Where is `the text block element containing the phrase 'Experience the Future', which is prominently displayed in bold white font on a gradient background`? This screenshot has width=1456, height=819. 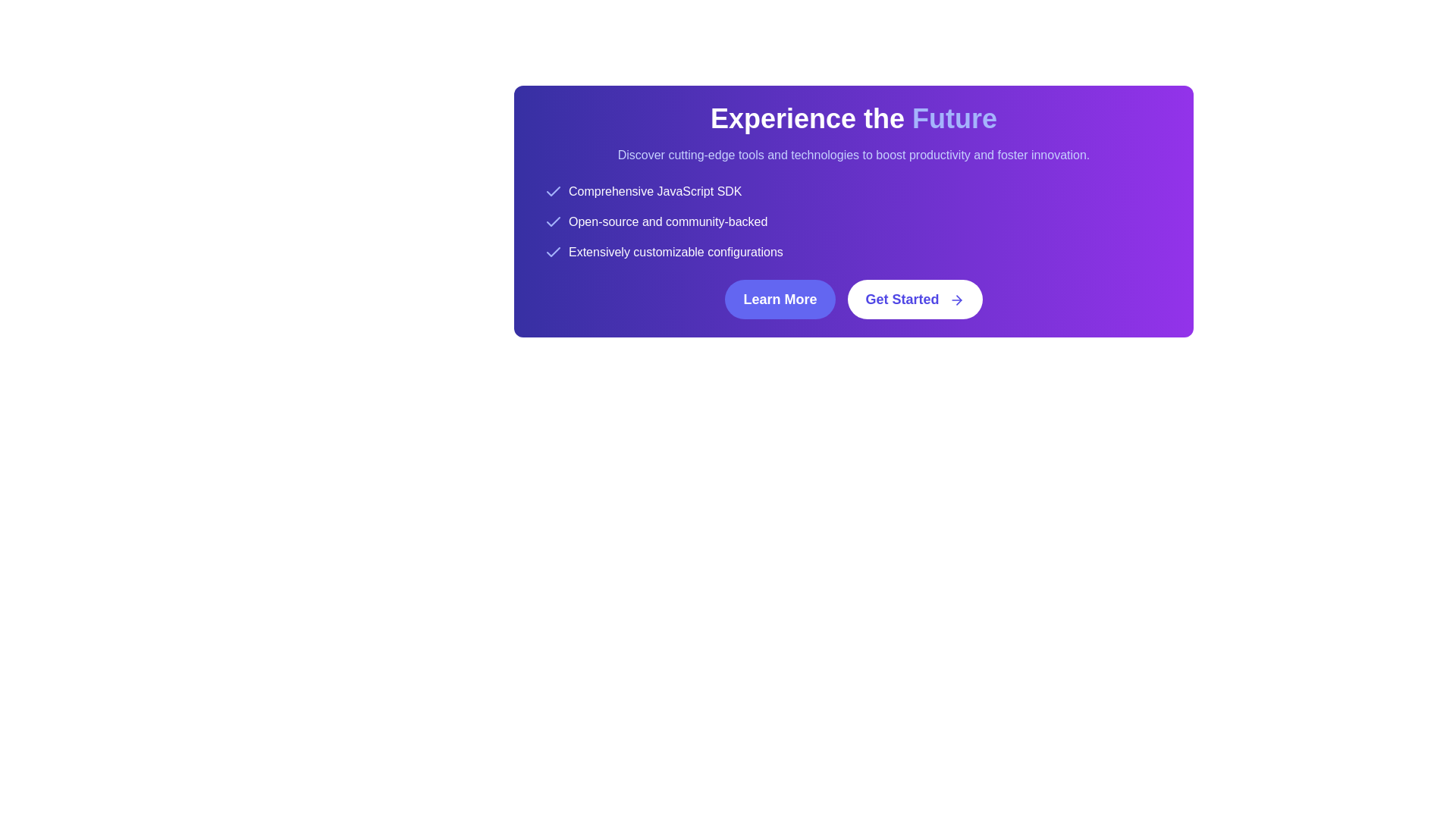 the text block element containing the phrase 'Experience the Future', which is prominently displayed in bold white font on a gradient background is located at coordinates (854, 133).